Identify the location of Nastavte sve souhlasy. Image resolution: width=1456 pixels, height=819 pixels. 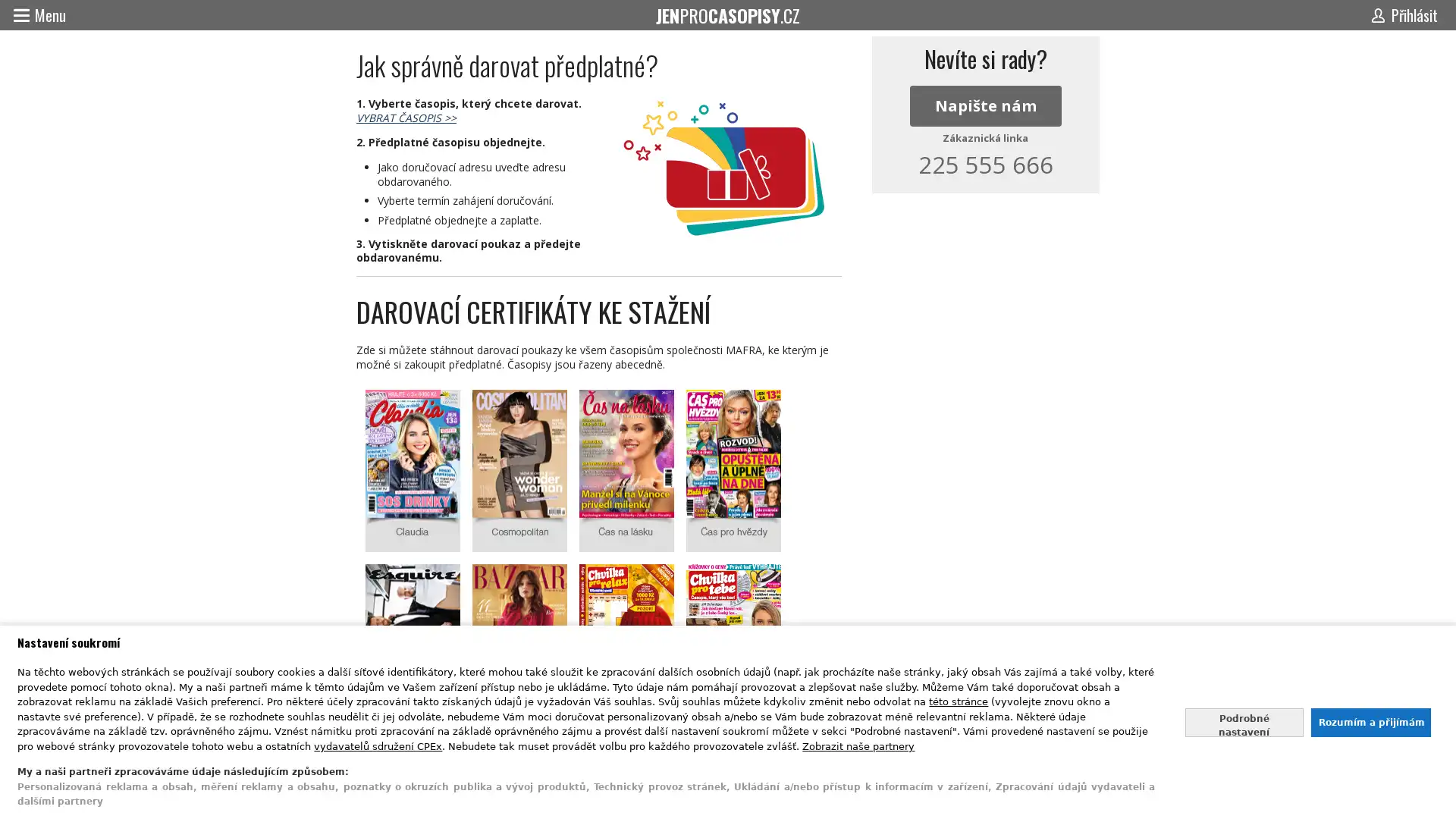
(1244, 721).